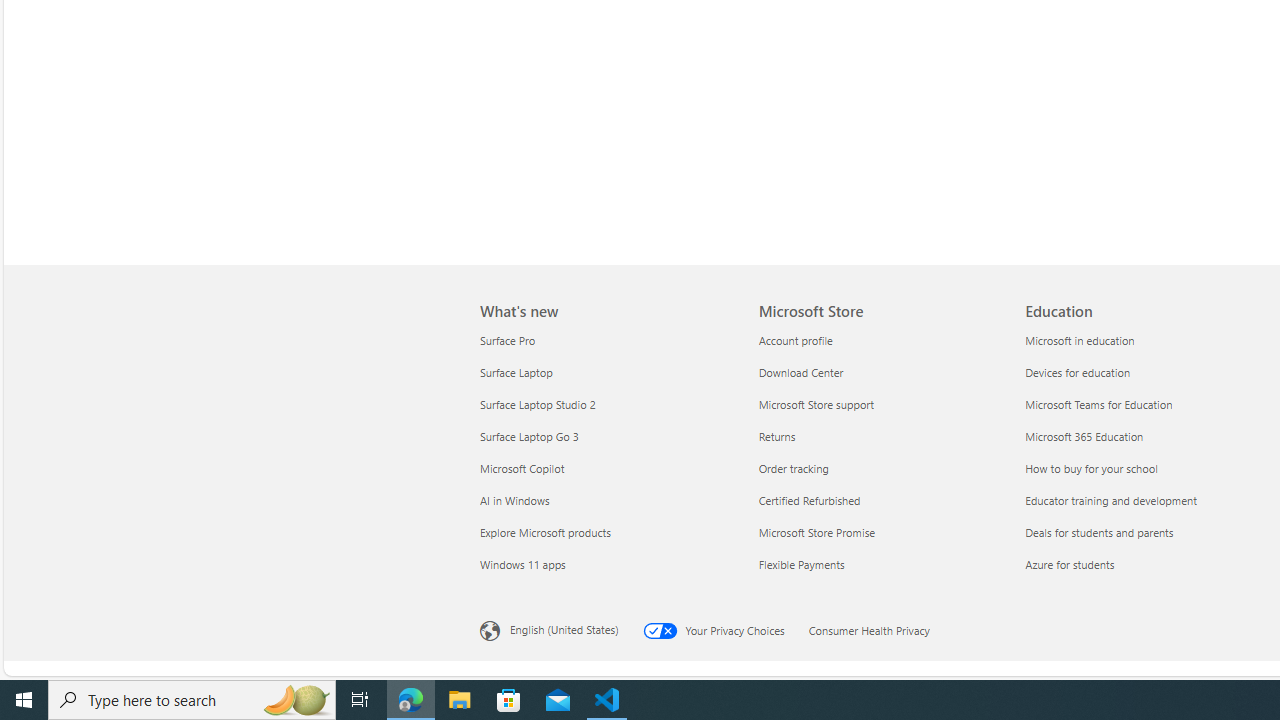 The height and width of the screenshot is (720, 1280). I want to click on 'Microsoft Copilot What', so click(522, 468).